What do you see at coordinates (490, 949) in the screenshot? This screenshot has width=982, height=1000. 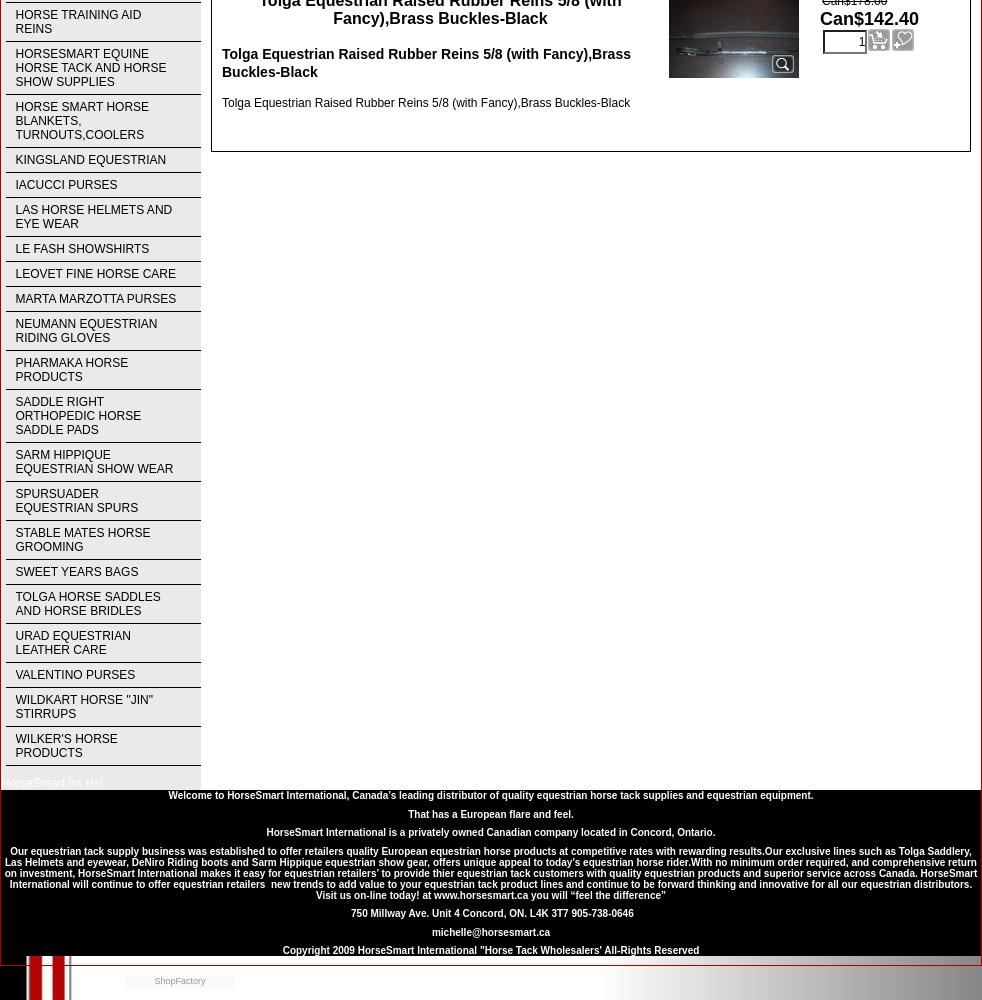 I see `'Copyright 2009 HorseSmart International "Horse Tack Wholesalers' All-Rights Reserved'` at bounding box center [490, 949].